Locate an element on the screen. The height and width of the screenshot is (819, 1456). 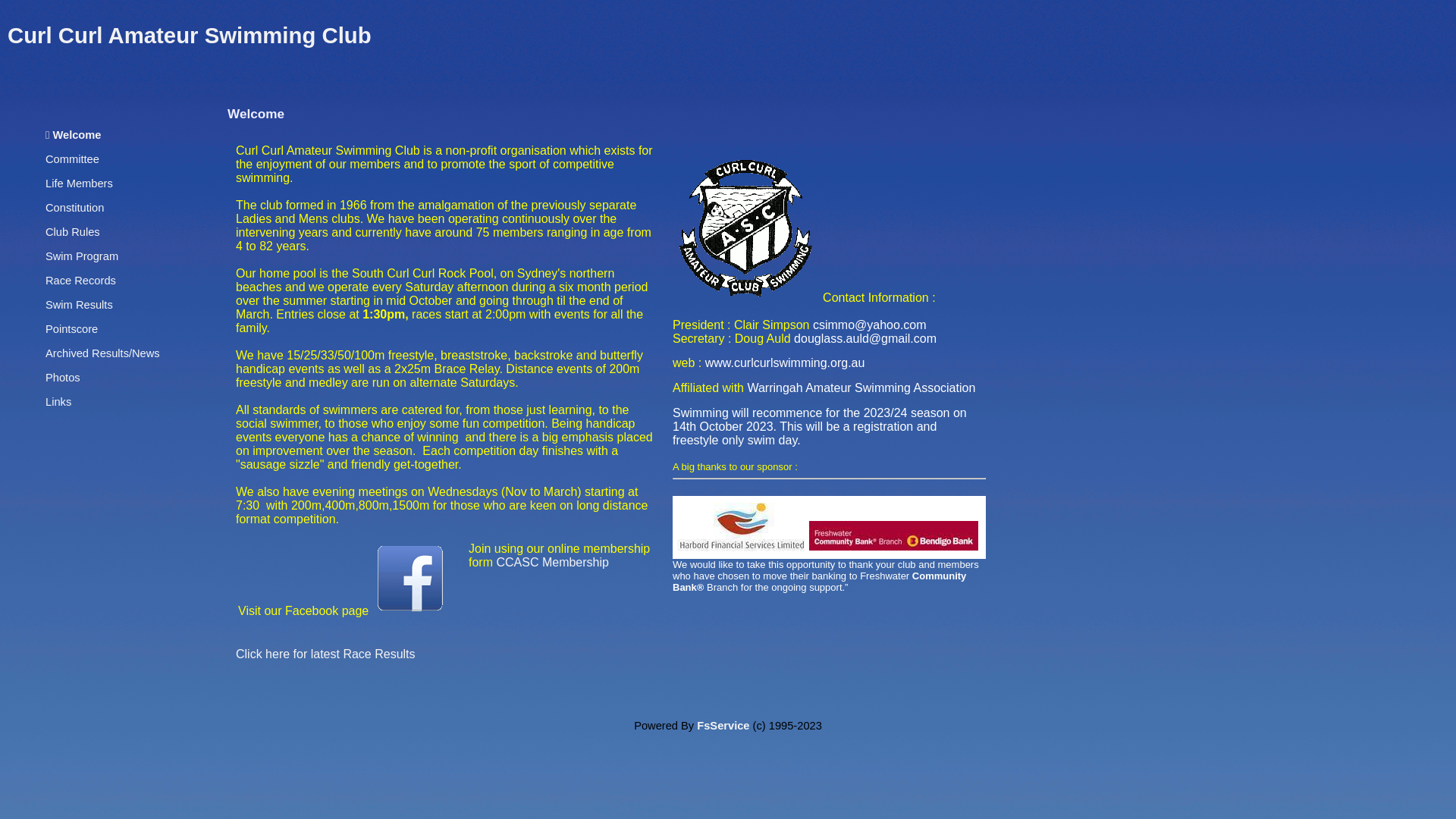
'www.curlcurlswimming.org.au' is located at coordinates (785, 362).